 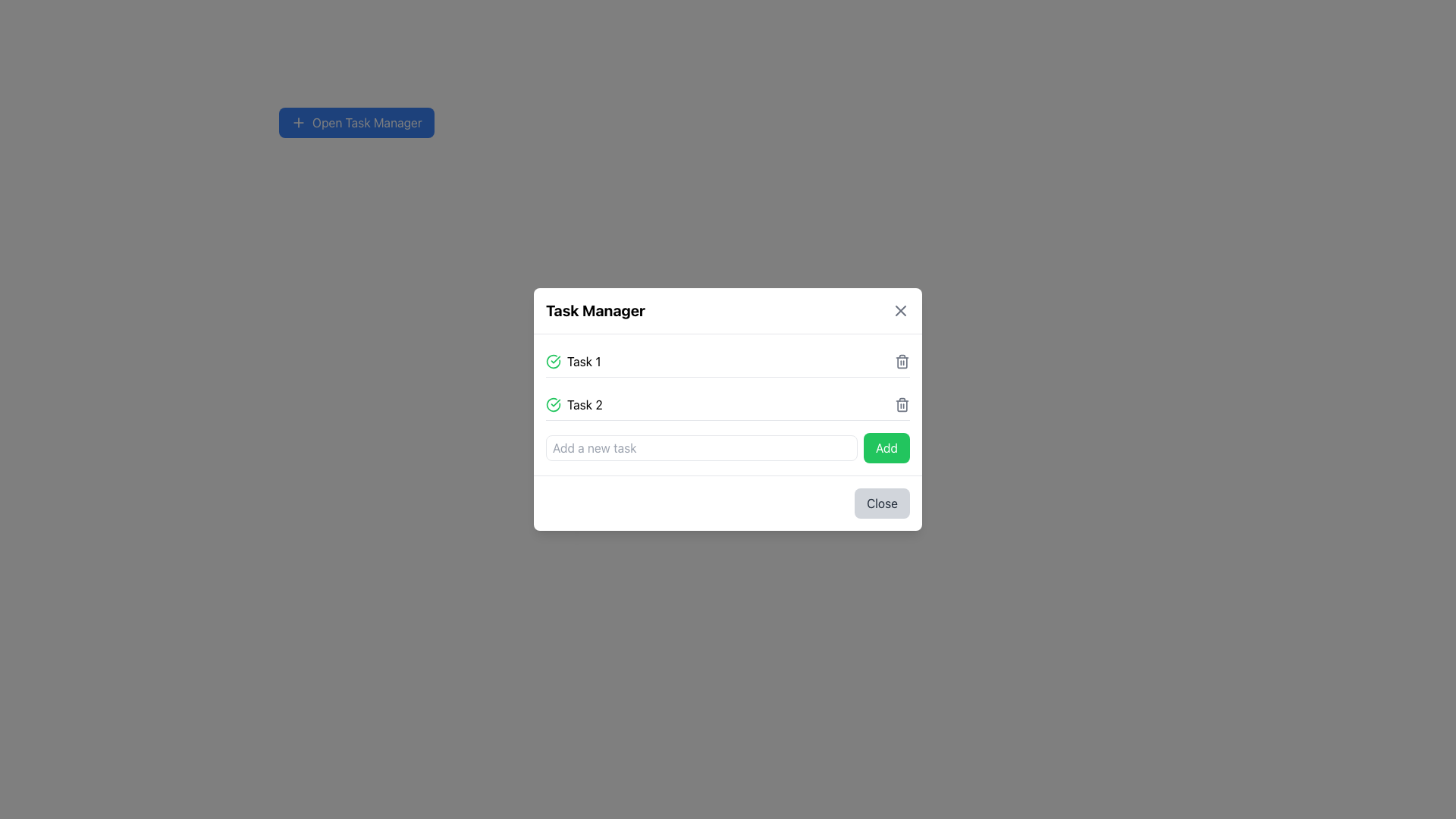 I want to click on the 'Add' button located in the 'Task Manager' modal dialog, so click(x=886, y=447).